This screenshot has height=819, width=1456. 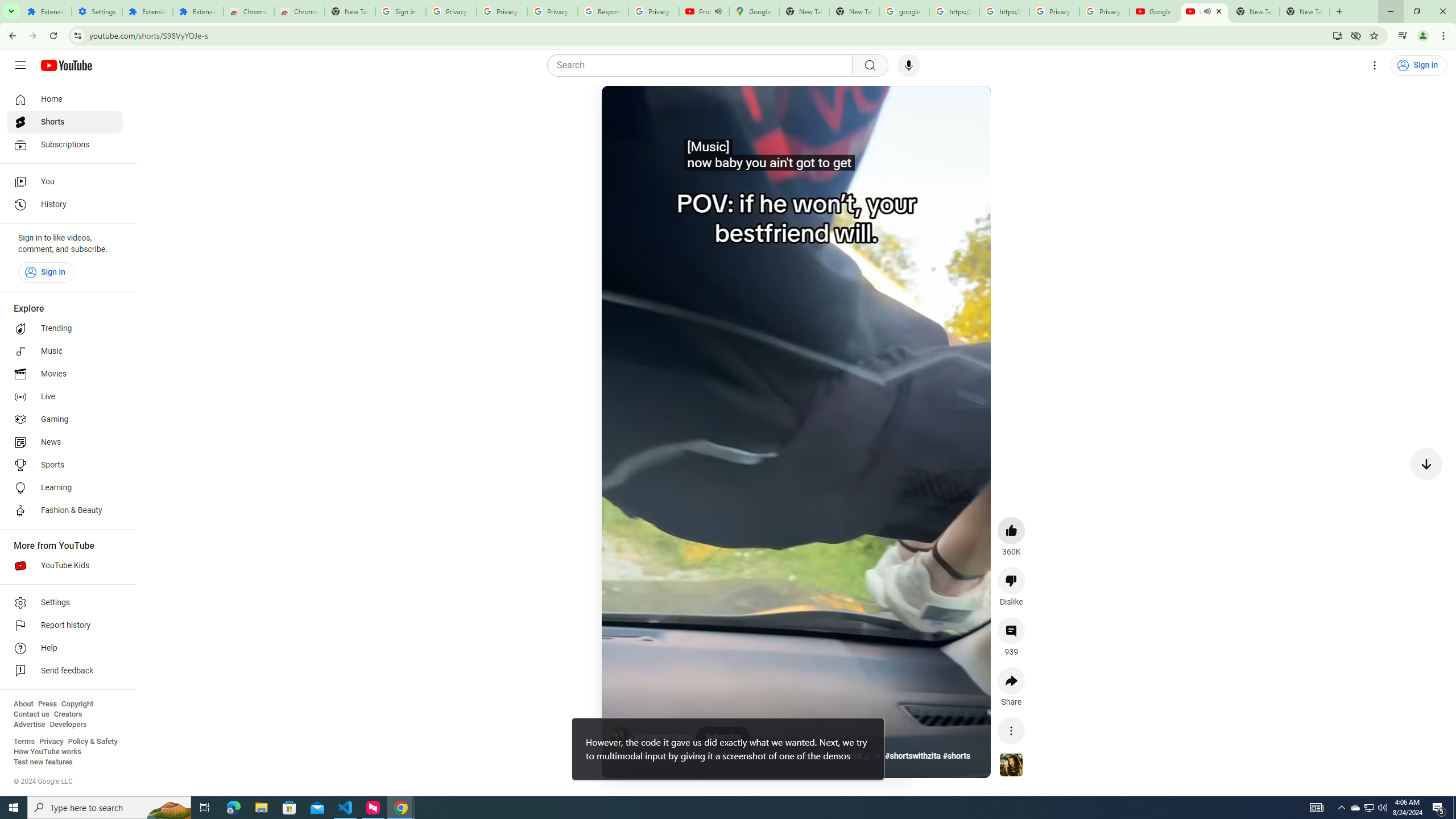 What do you see at coordinates (64, 442) in the screenshot?
I see `'News'` at bounding box center [64, 442].